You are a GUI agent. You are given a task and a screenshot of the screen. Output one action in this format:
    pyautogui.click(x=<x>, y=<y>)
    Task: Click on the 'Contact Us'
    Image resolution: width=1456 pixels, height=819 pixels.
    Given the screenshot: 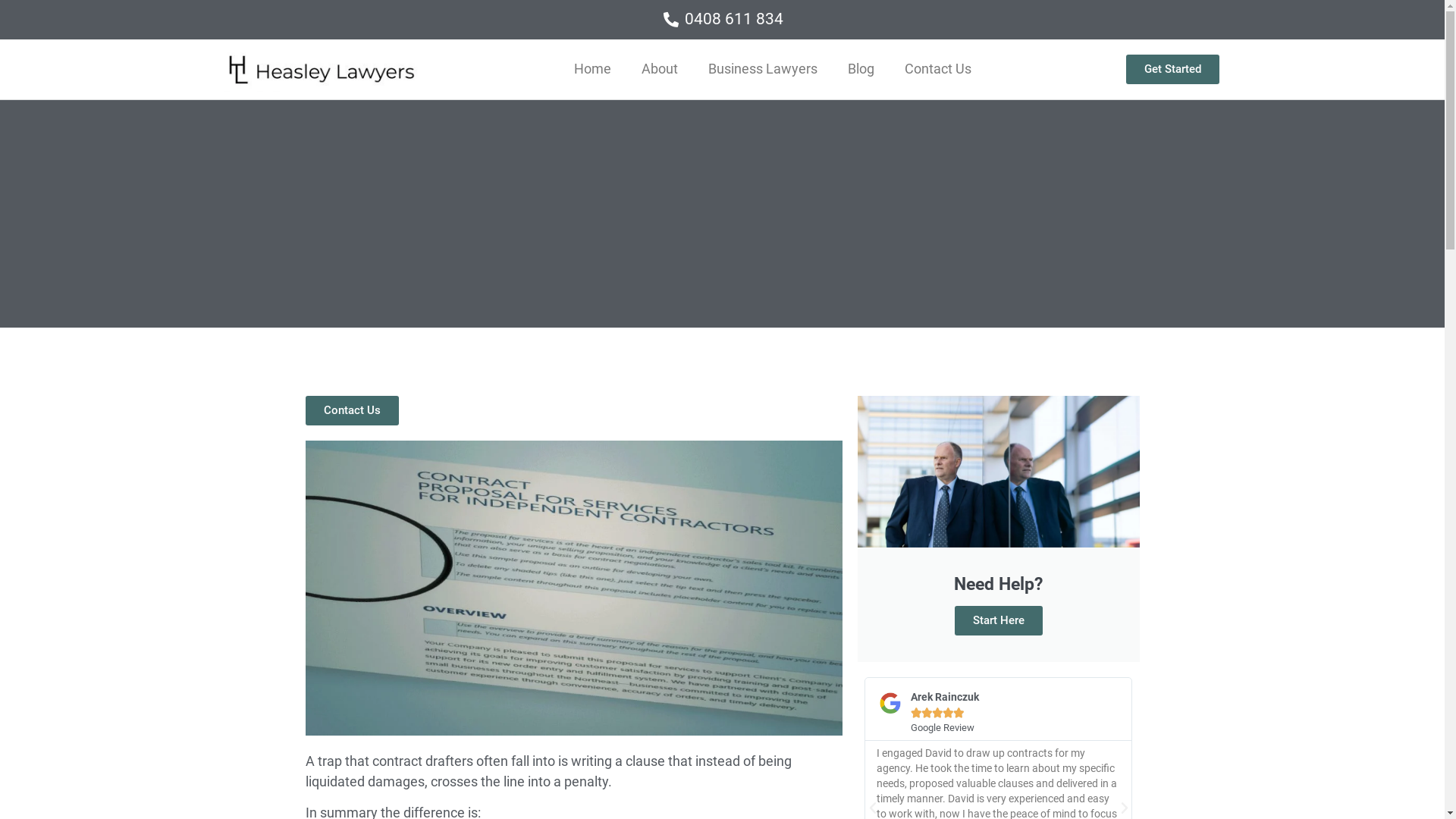 What is the action you would take?
    pyautogui.click(x=889, y=69)
    